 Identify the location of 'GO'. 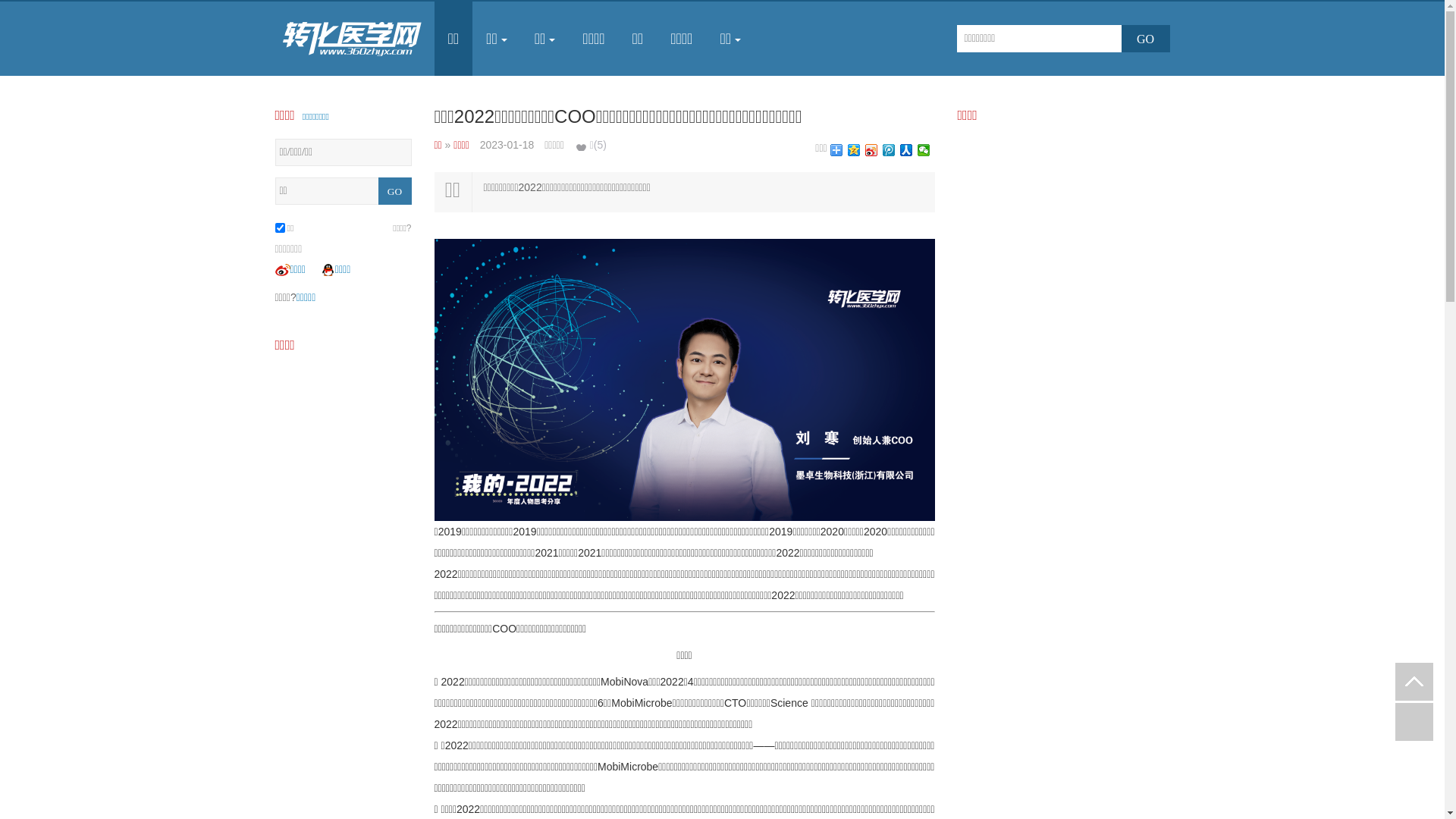
(394, 190).